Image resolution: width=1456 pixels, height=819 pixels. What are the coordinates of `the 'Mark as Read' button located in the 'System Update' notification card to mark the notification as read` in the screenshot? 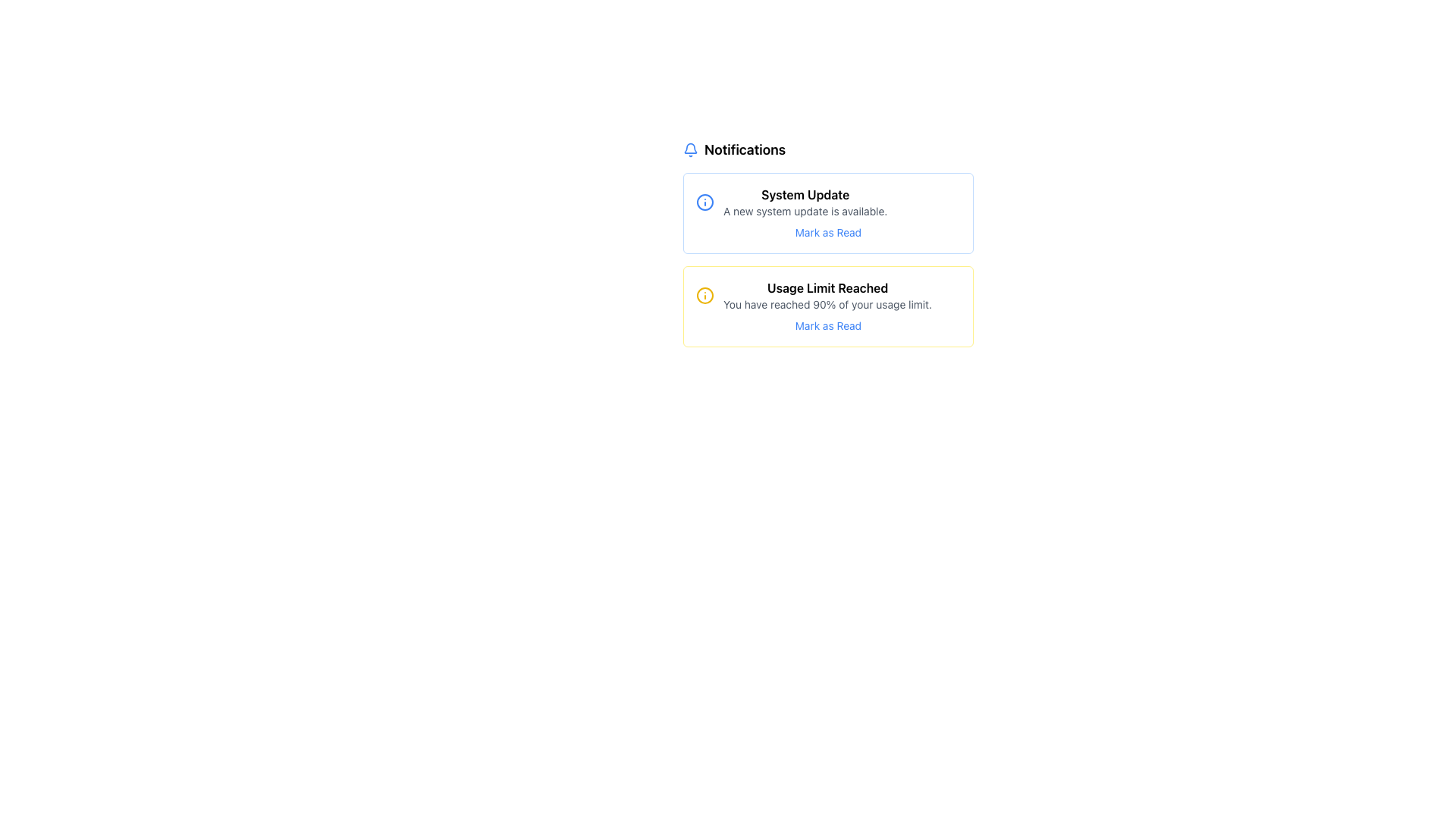 It's located at (827, 233).